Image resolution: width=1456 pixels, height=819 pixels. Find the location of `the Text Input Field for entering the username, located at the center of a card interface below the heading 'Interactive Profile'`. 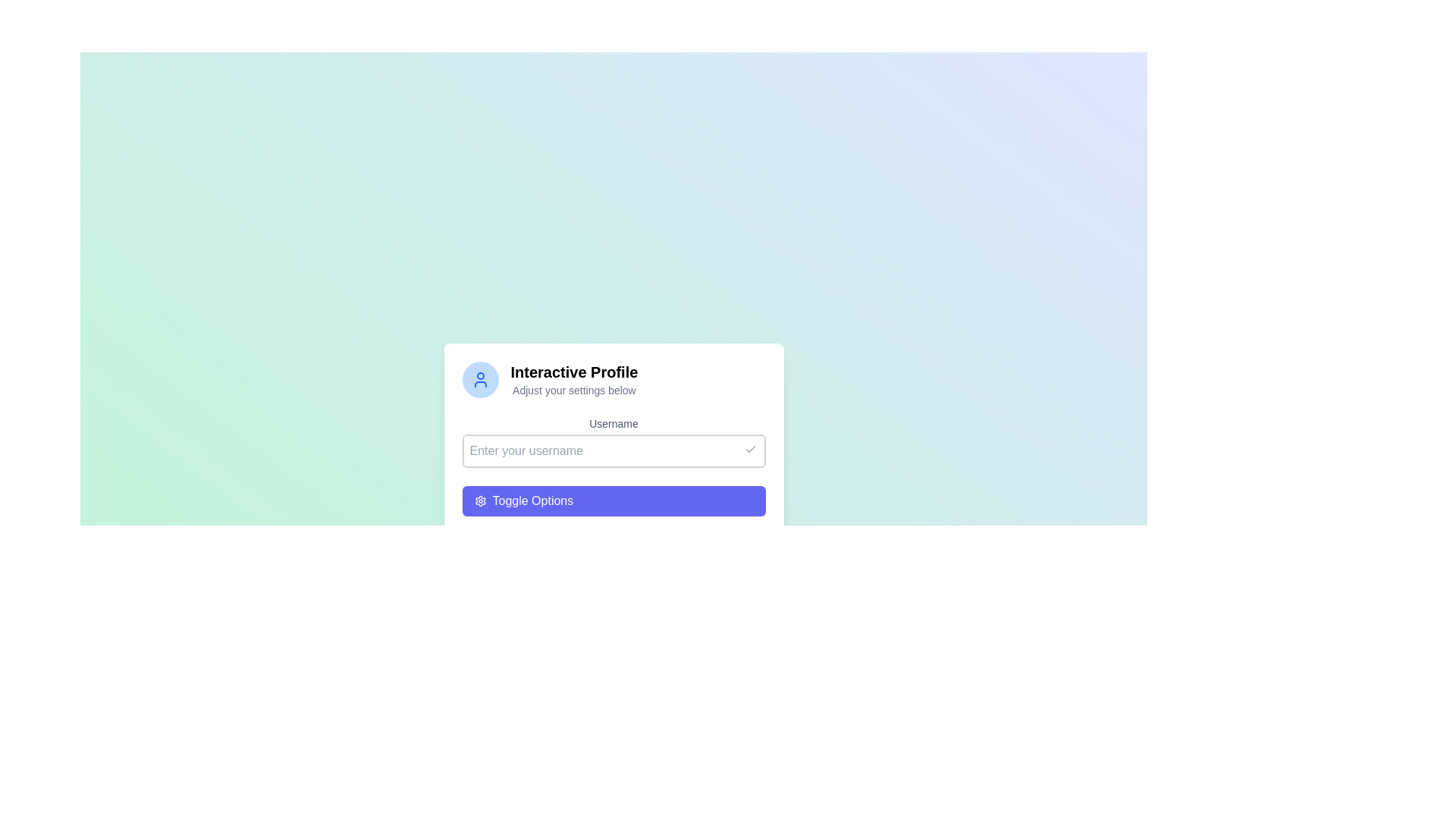

the Text Input Field for entering the username, located at the center of a card interface below the heading 'Interactive Profile' is located at coordinates (613, 441).